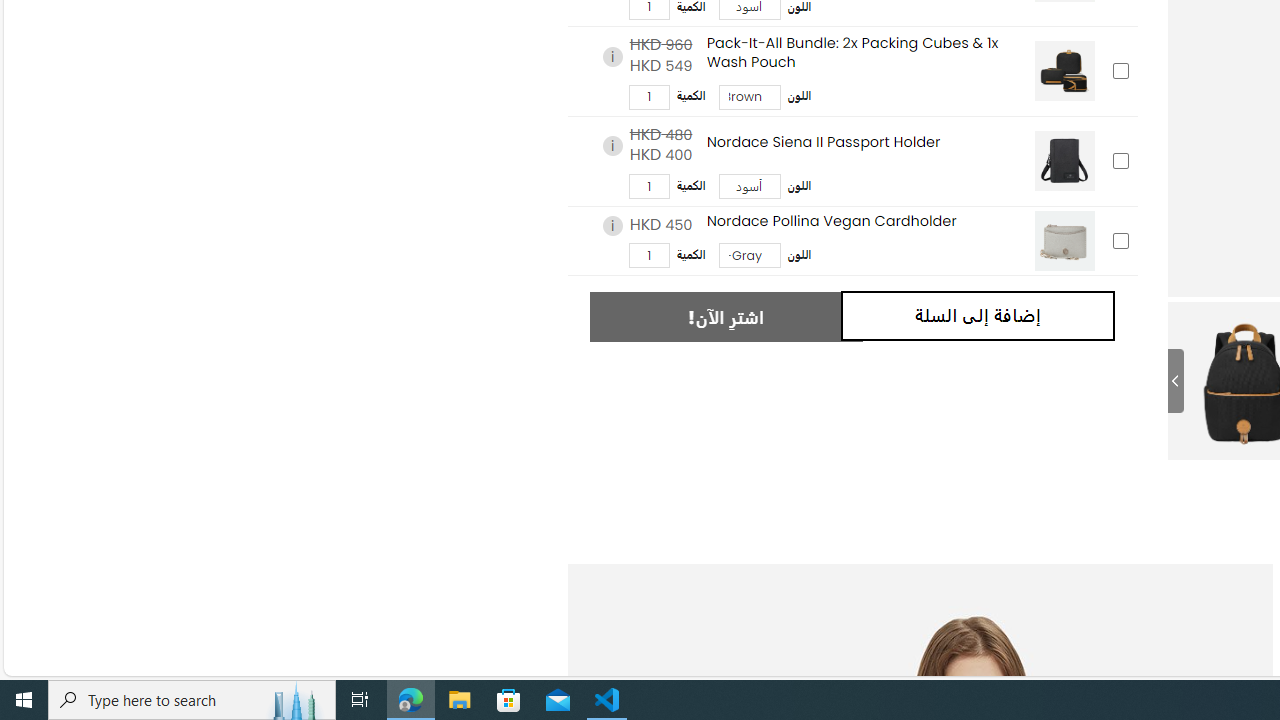  What do you see at coordinates (648, 255) in the screenshot?
I see `'Class: upsell-v2-product-upsell-variable-product-qty-select'` at bounding box center [648, 255].